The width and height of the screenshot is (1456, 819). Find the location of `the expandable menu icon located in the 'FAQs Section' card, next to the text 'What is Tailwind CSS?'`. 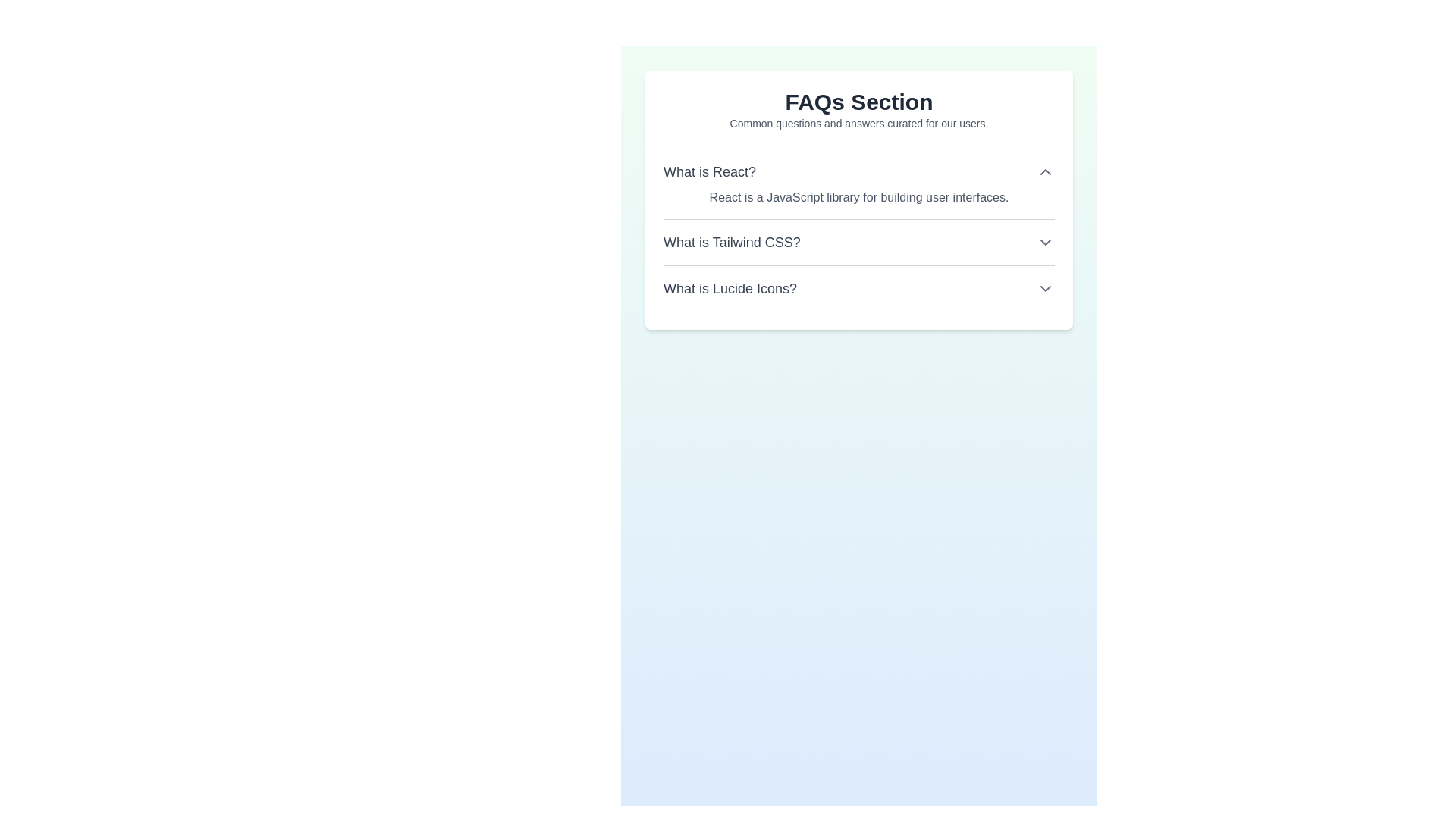

the expandable menu icon located in the 'FAQs Section' card, next to the text 'What is Tailwind CSS?' is located at coordinates (1044, 242).